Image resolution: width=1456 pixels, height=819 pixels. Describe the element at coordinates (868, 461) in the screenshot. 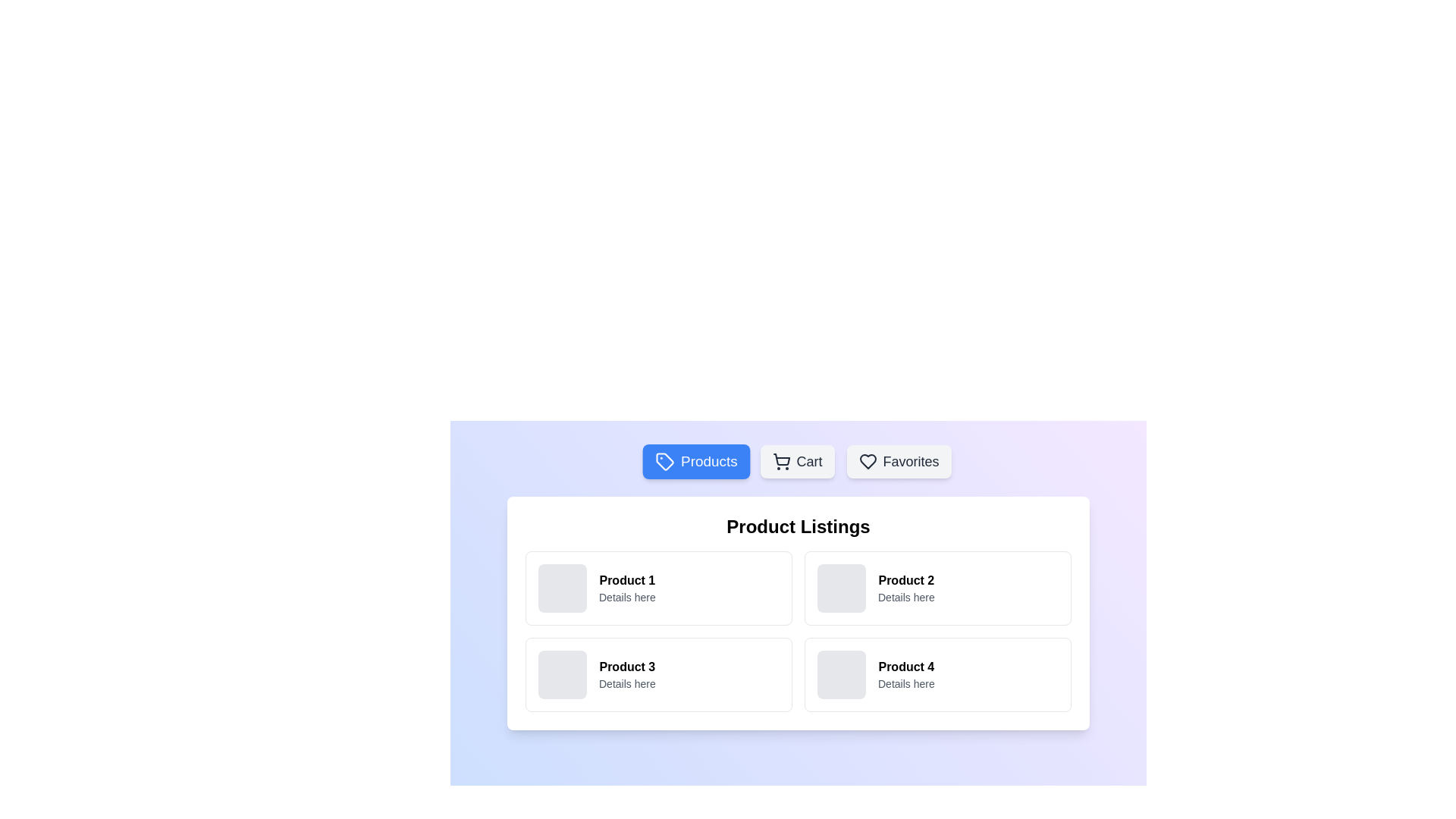

I see `the central part of the stylized heart icon in the favorites section` at that location.